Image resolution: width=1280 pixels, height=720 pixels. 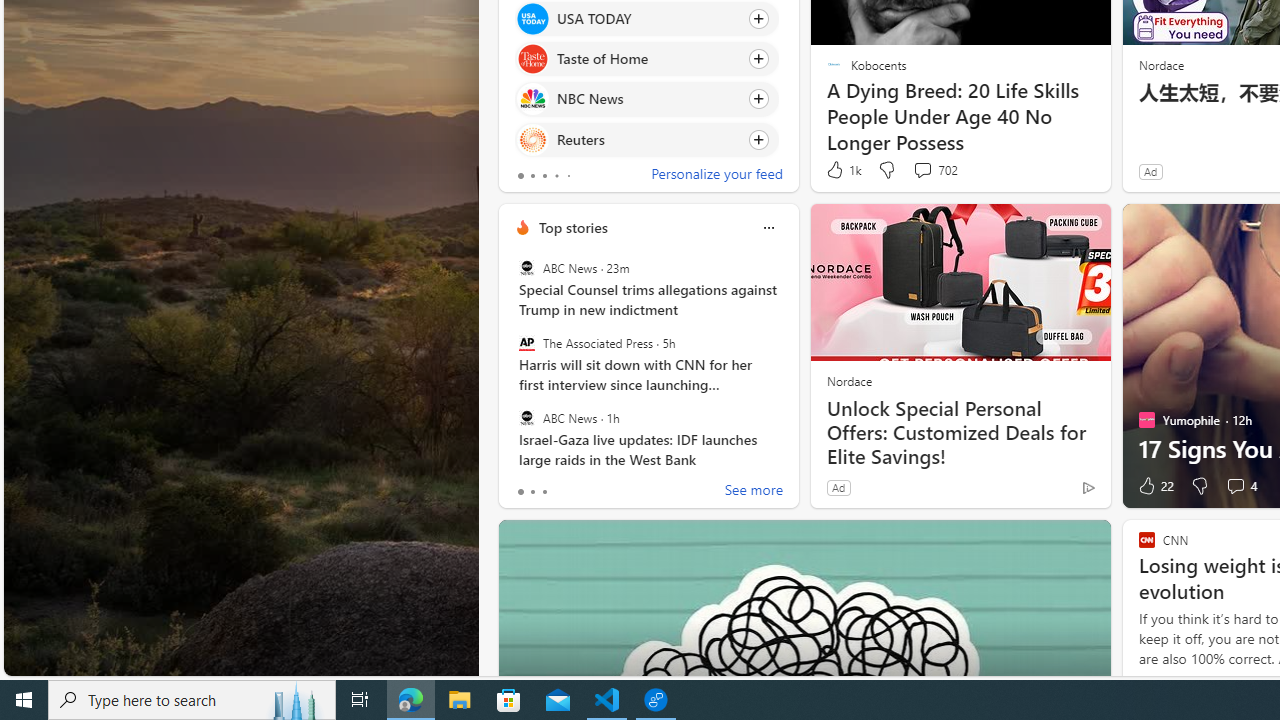 I want to click on 'Click to follow source Taste of Home', so click(x=647, y=58).